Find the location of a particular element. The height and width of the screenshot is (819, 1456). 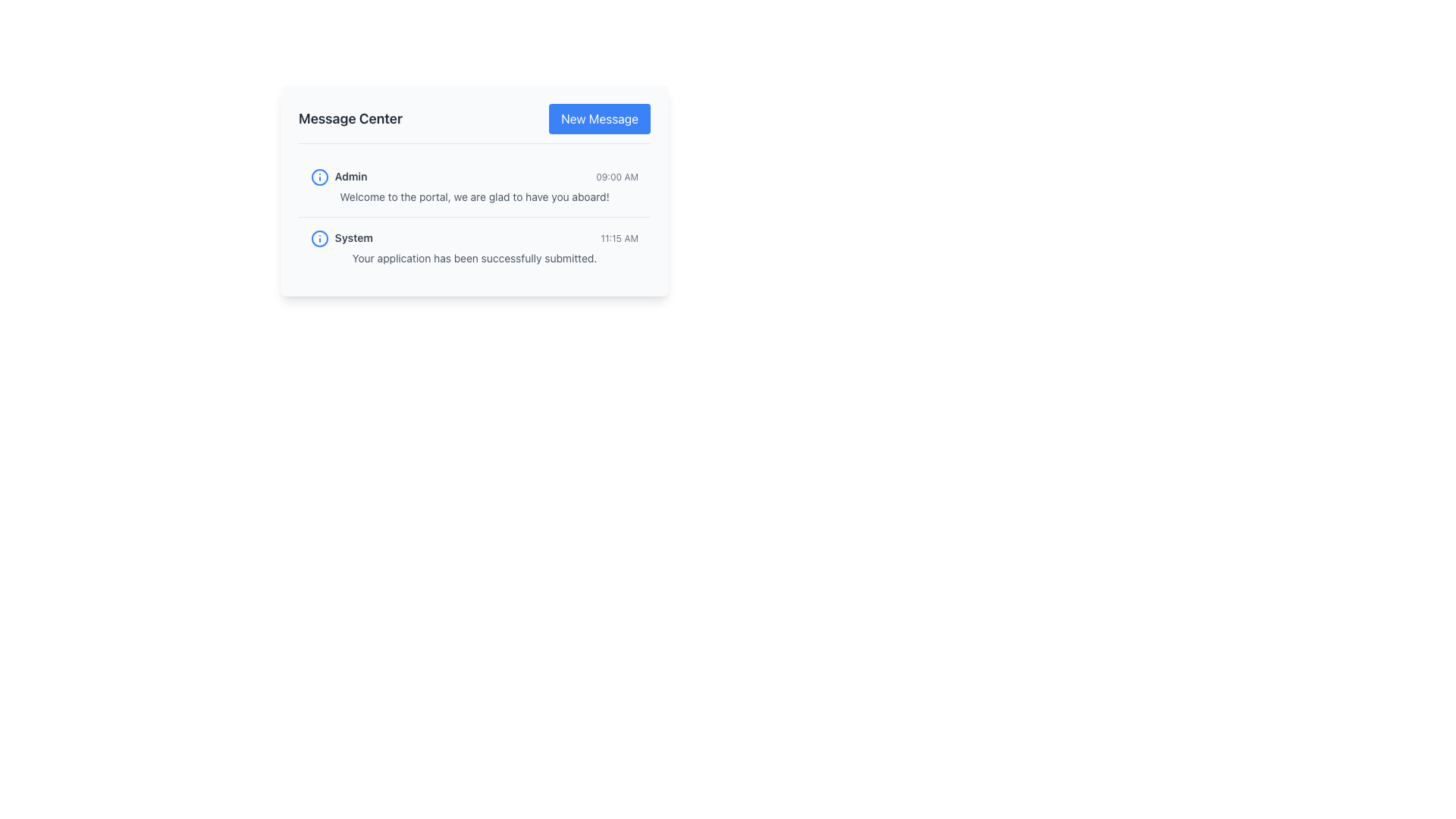

the text label displaying 'Admin' for accessibility purposes is located at coordinates (338, 177).